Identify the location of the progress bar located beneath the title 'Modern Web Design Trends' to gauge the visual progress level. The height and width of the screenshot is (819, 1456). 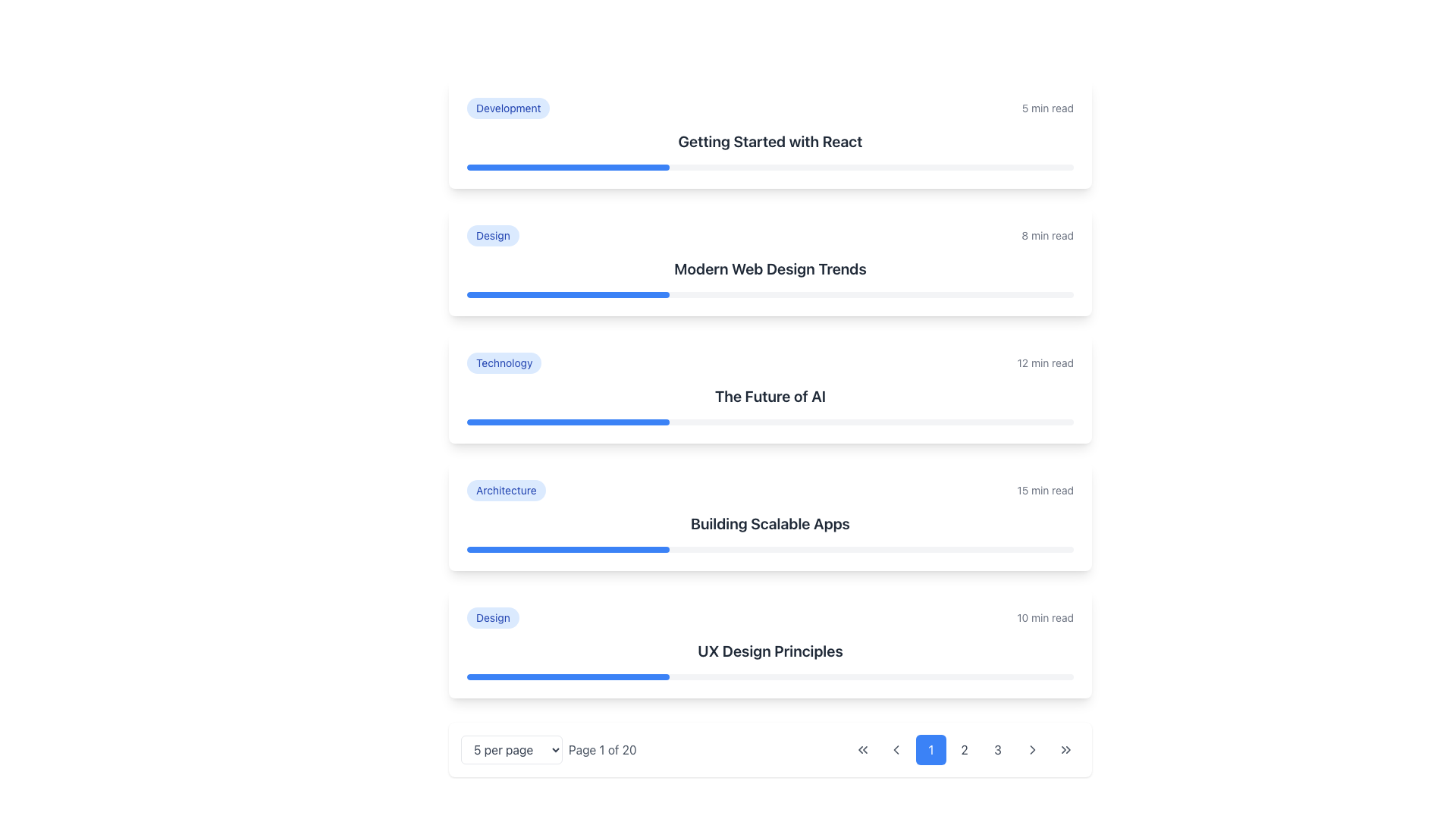
(770, 295).